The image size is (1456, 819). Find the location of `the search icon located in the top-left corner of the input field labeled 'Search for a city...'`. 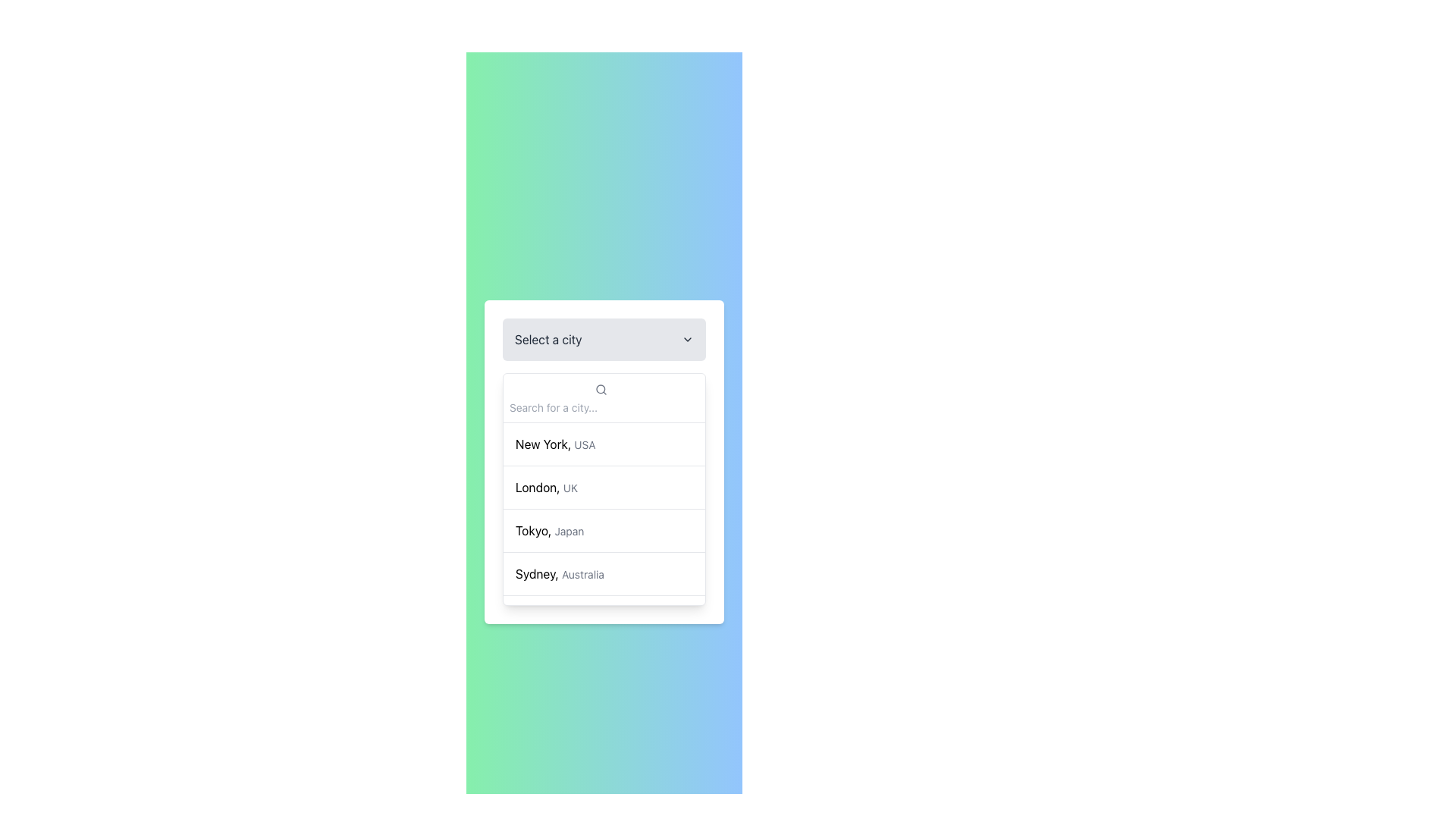

the search icon located in the top-left corner of the input field labeled 'Search for a city...' is located at coordinates (600, 388).